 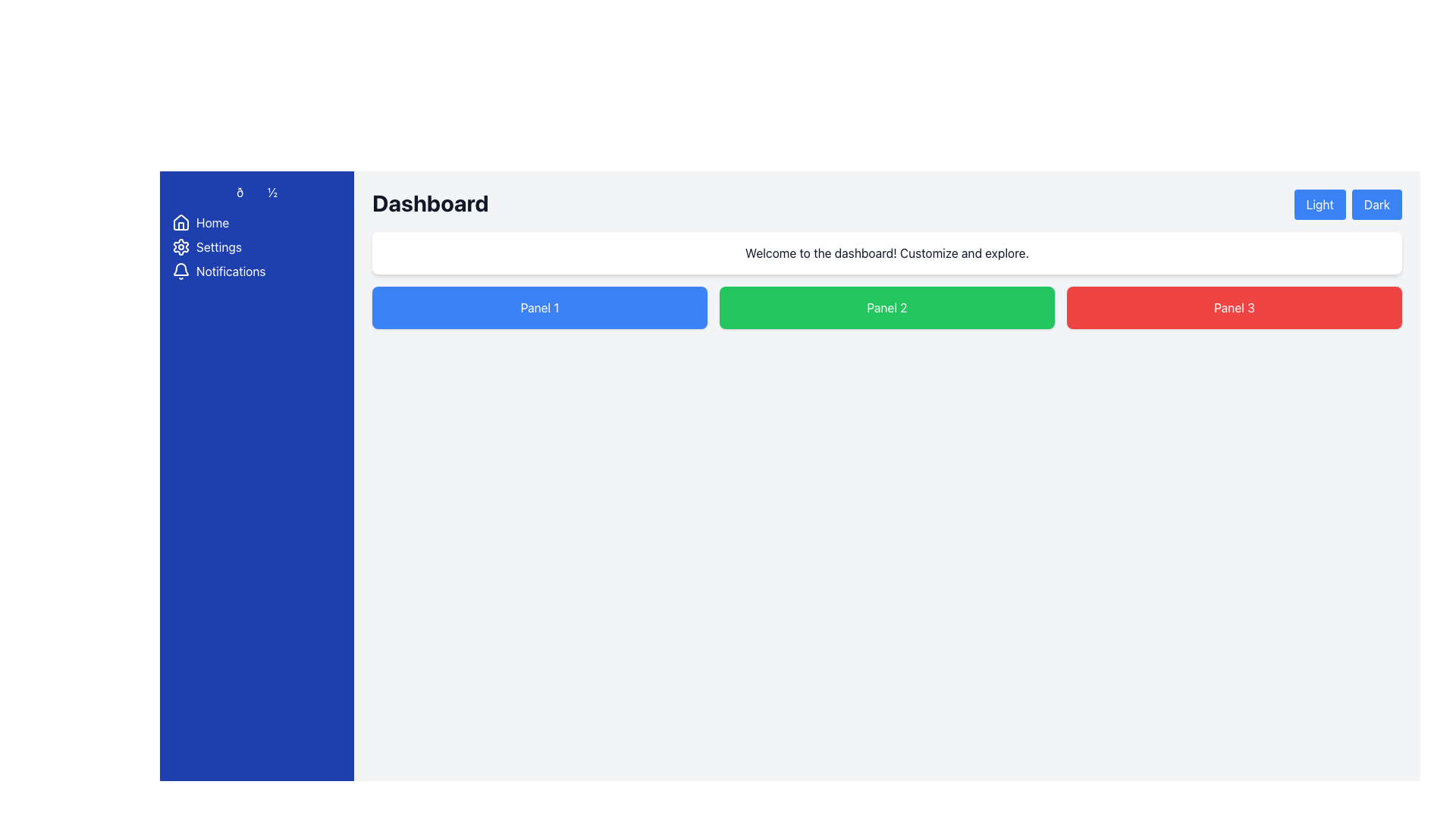 What do you see at coordinates (181, 222) in the screenshot?
I see `the 'Home' navigation icon located in the sidebar menu to potentially reveal additional information` at bounding box center [181, 222].